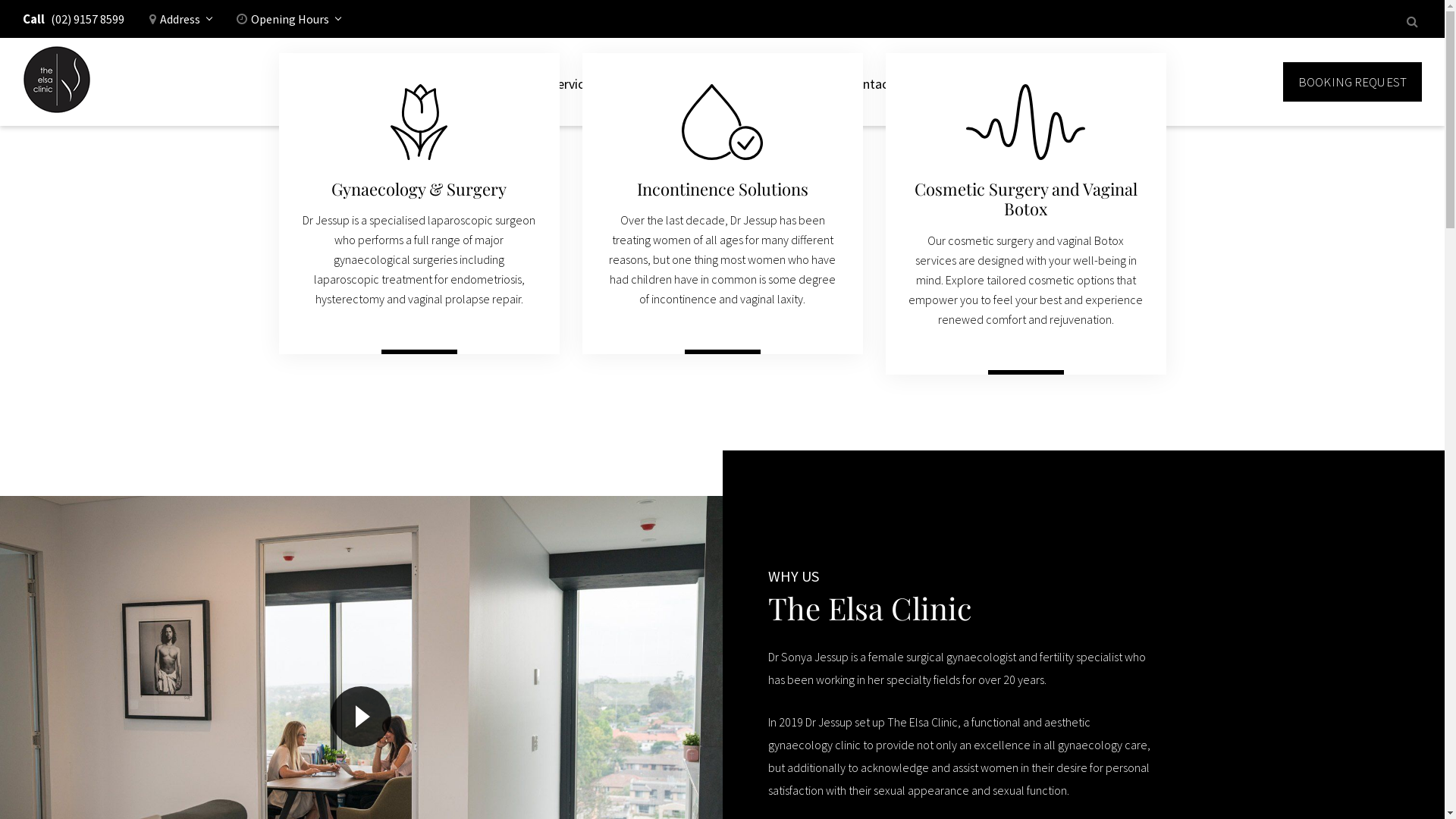 Image resolution: width=1456 pixels, height=819 pixels. Describe the element at coordinates (542, 82) in the screenshot. I see `'Services'` at that location.